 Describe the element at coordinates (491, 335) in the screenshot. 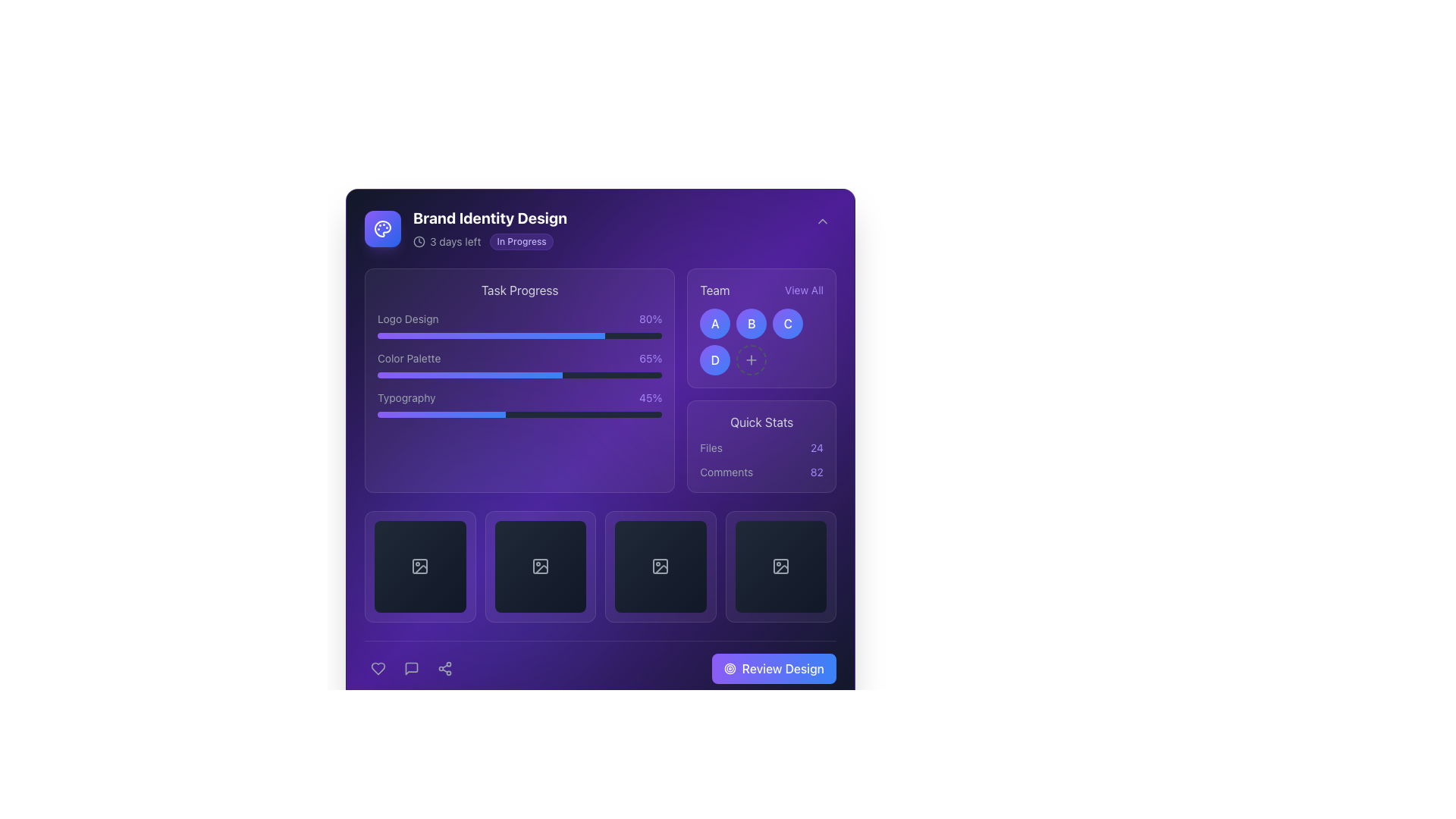

I see `the horizontal progress bar segment within the 'Logo Design' progress bar in the 'Task Progress' section, which features a gradient color transitioning from violet to blue` at that location.